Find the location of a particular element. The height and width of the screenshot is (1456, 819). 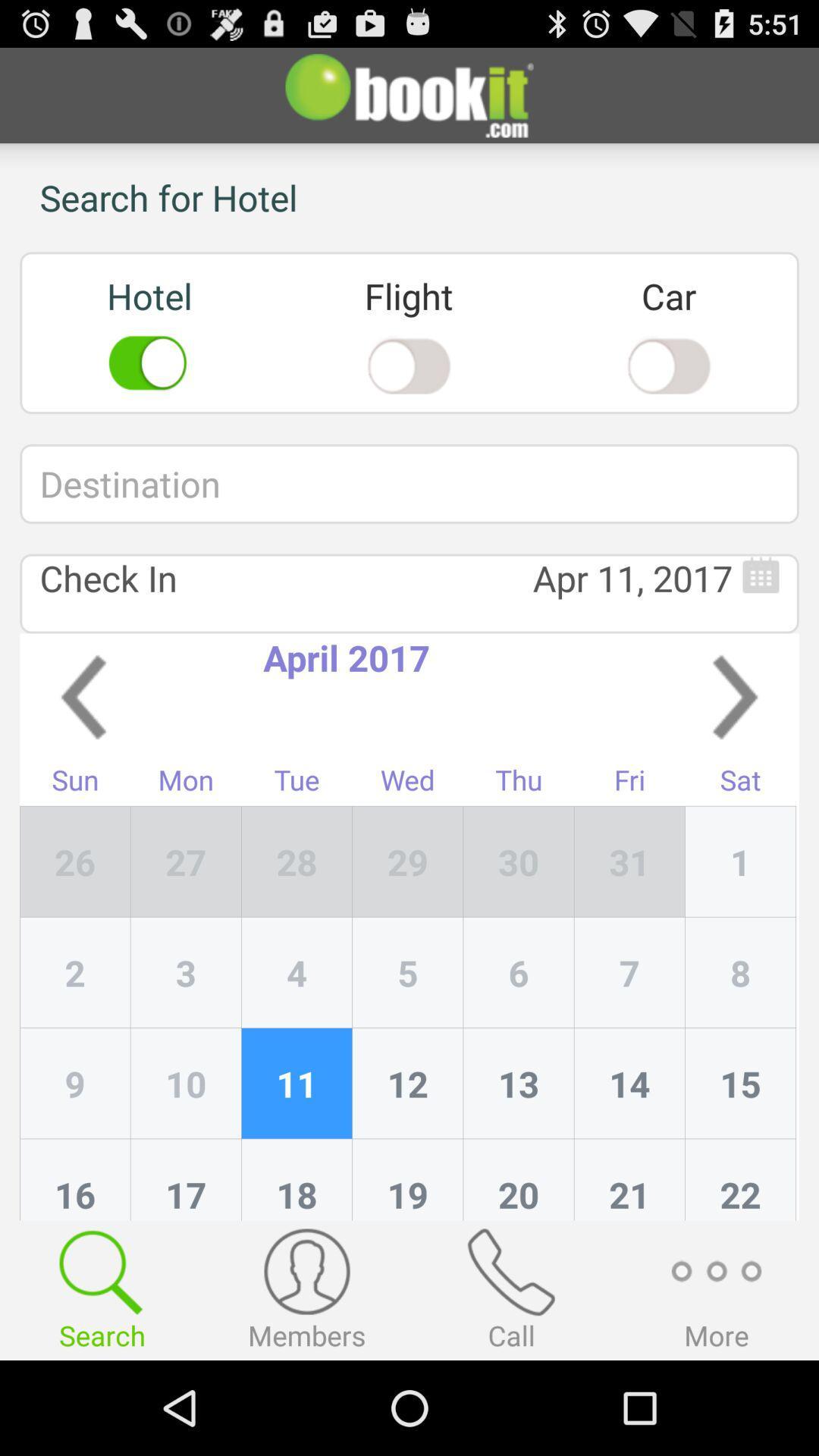

item next to the 7 is located at coordinates (739, 1083).